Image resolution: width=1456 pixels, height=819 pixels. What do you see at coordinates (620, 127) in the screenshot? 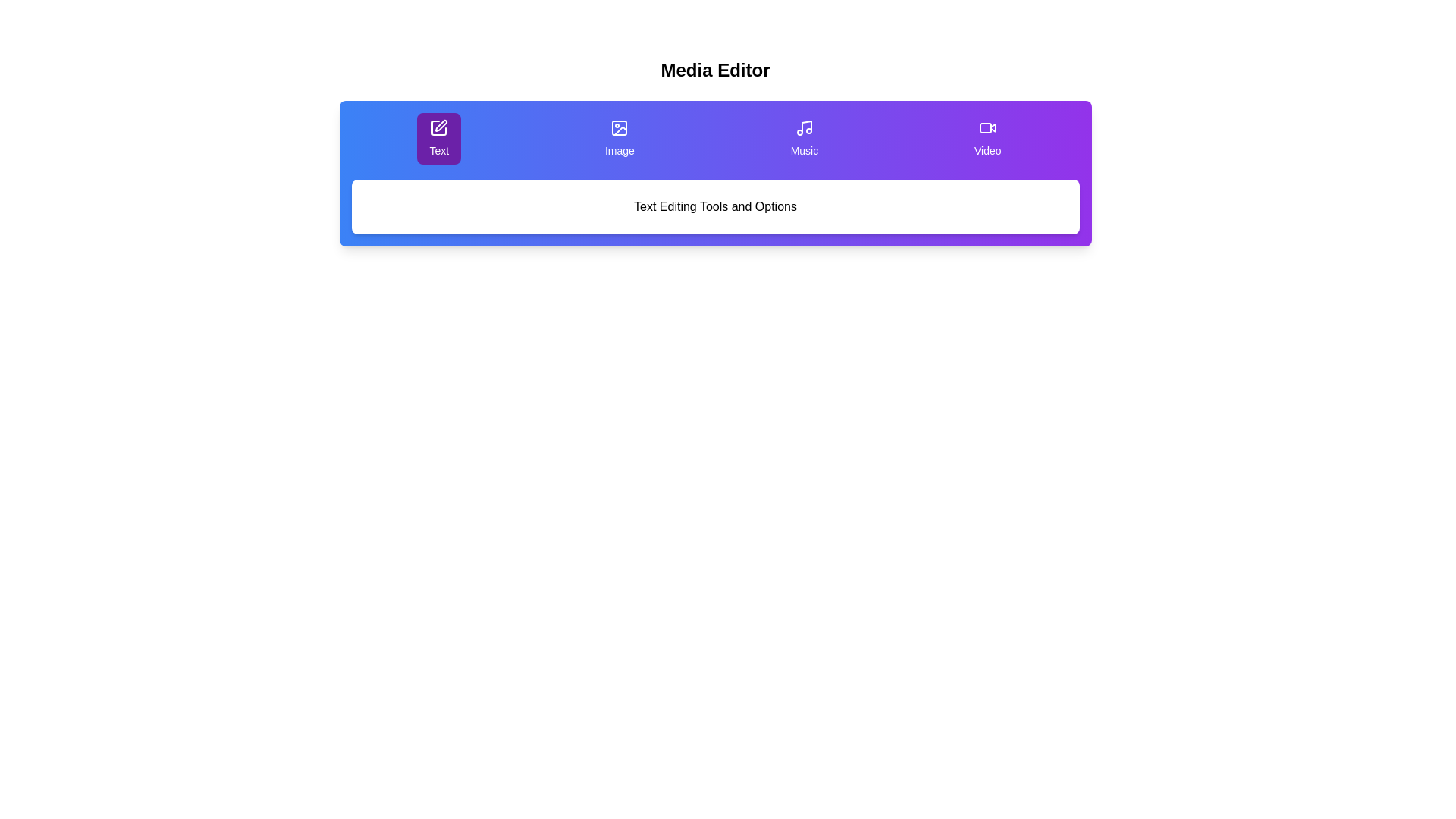
I see `the 'Image' icon located in the second position of the toolbar` at bounding box center [620, 127].